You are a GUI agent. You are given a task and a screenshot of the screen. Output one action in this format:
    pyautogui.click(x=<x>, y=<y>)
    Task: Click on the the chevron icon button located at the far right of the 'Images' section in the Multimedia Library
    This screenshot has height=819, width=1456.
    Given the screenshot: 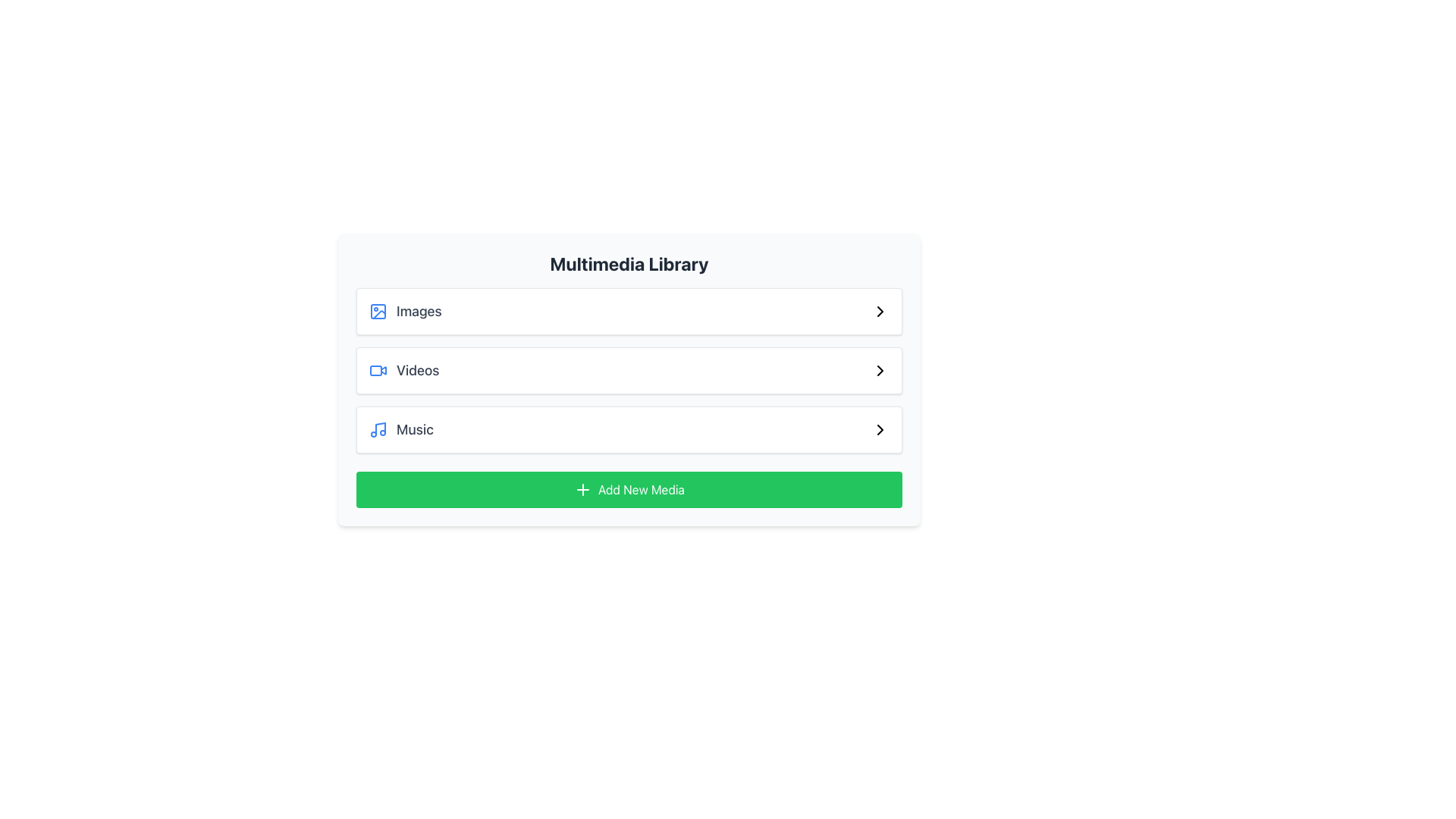 What is the action you would take?
    pyautogui.click(x=880, y=311)
    